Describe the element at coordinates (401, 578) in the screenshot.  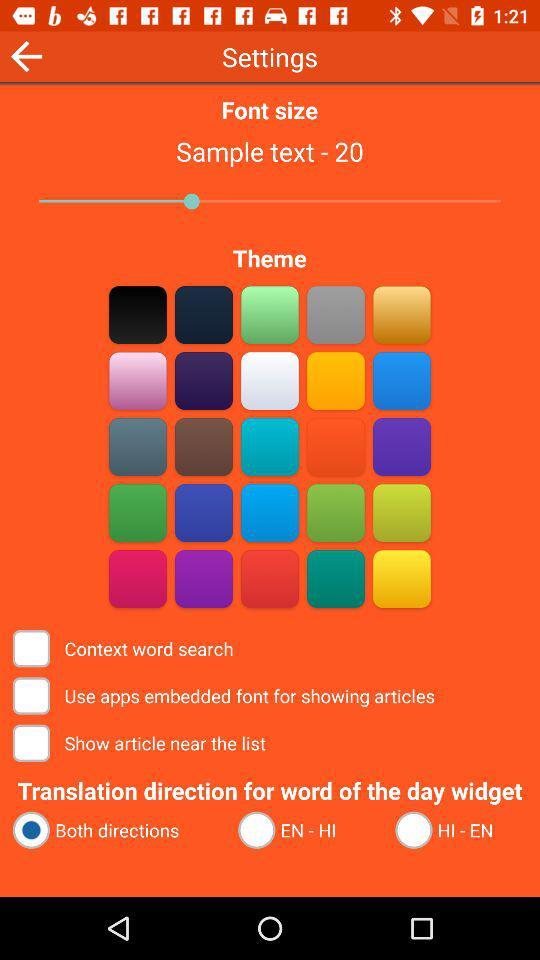
I see `the color yellow` at that location.